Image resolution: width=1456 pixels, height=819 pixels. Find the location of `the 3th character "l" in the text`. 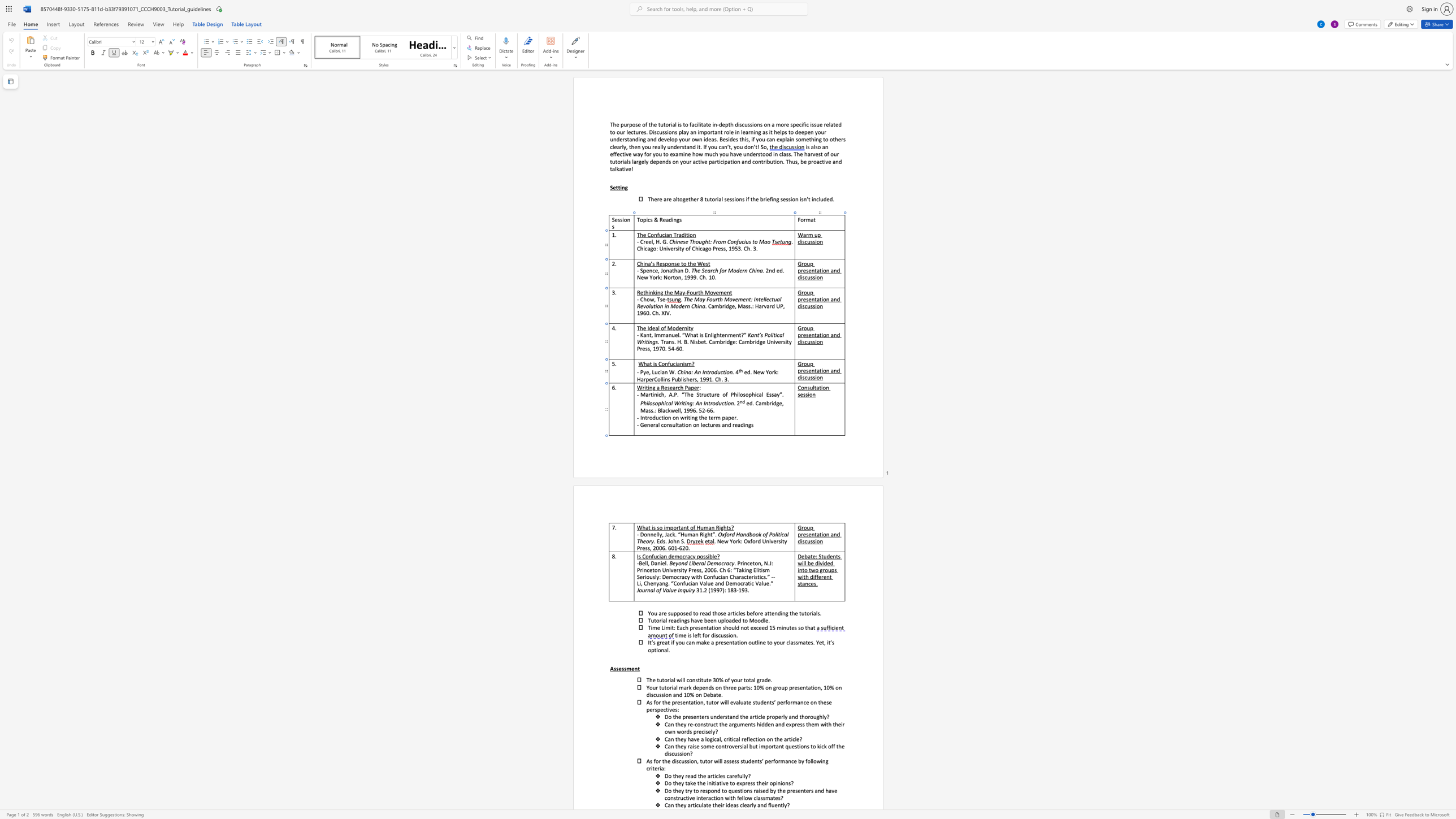

the 3th character "l" in the text is located at coordinates (680, 410).